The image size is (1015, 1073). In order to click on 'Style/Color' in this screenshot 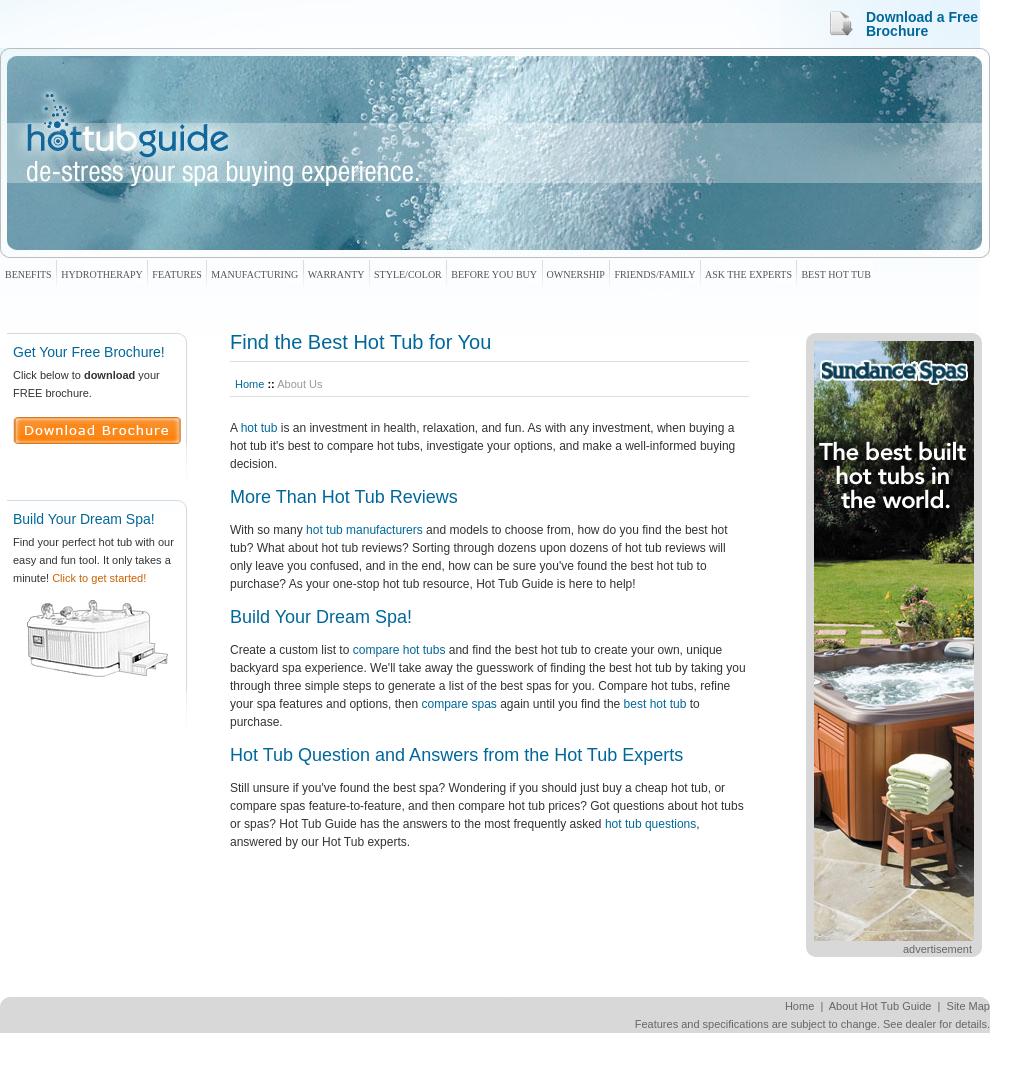, I will do `click(407, 273)`.